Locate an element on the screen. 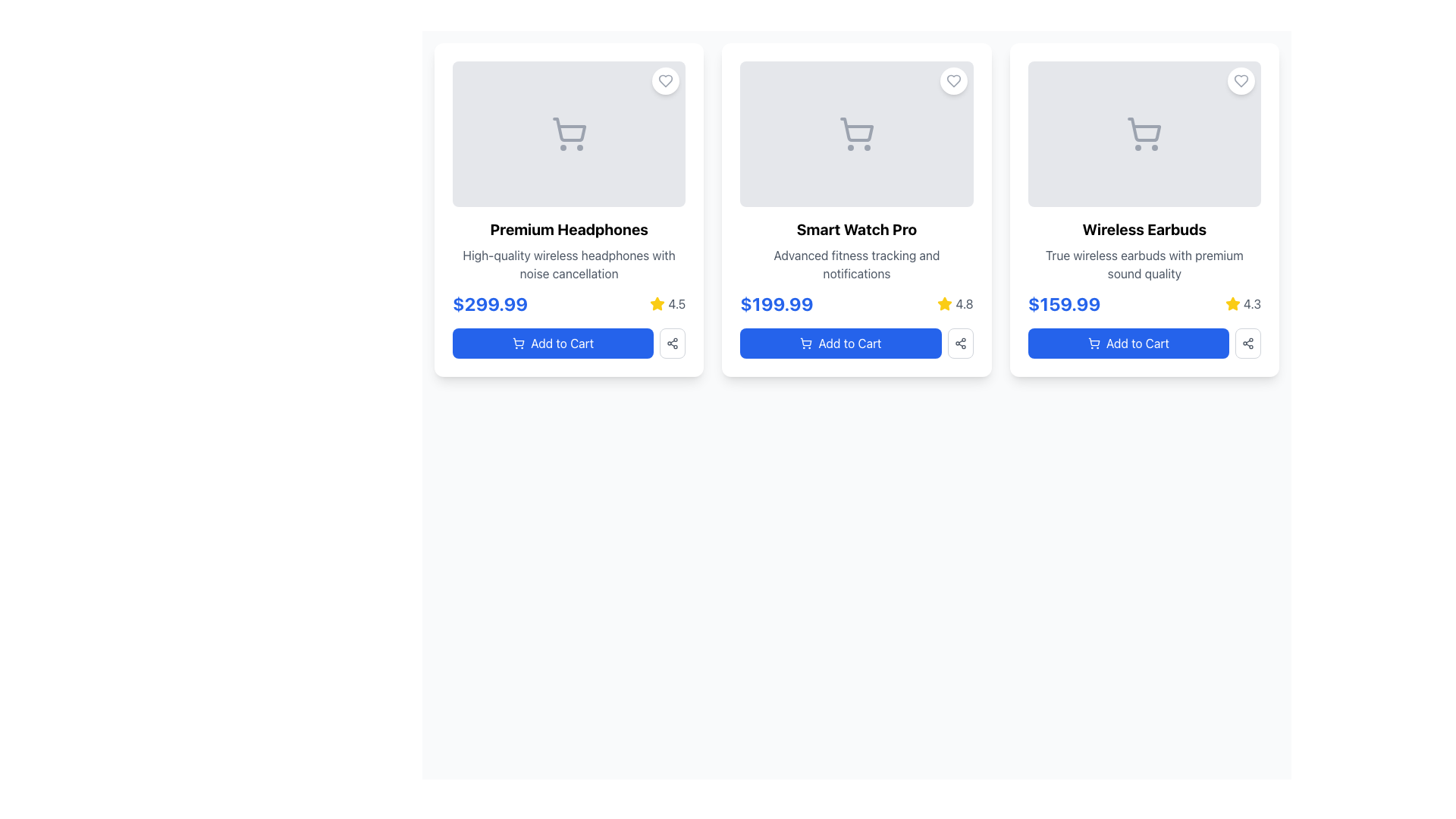 This screenshot has width=1456, height=819. the rectangular button with rounded edges that has a blue background and white text reading 'Add to Cart', located in the lower section of a product card is located at coordinates (1144, 343).